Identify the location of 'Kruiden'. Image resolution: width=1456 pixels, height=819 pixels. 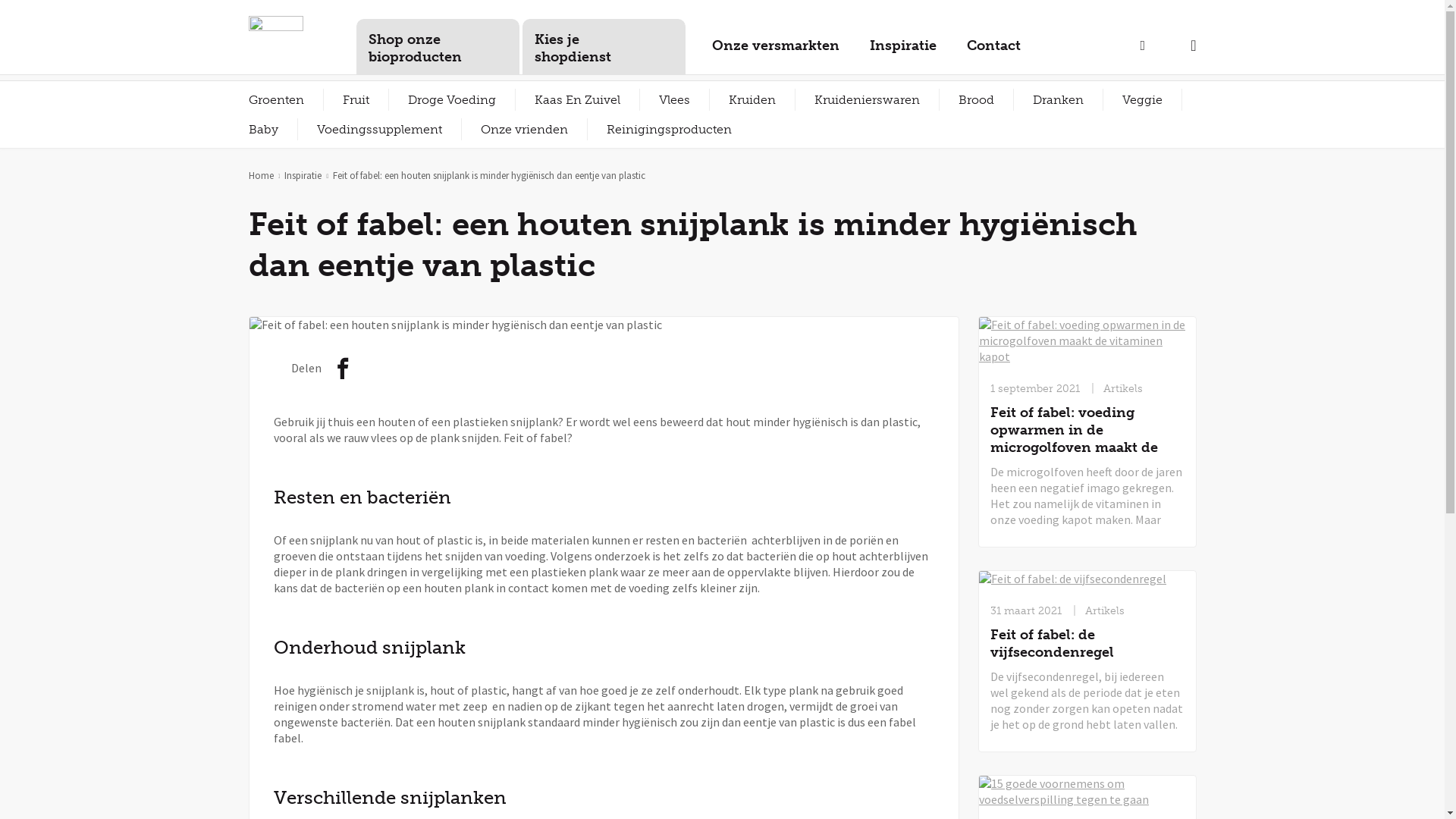
(752, 99).